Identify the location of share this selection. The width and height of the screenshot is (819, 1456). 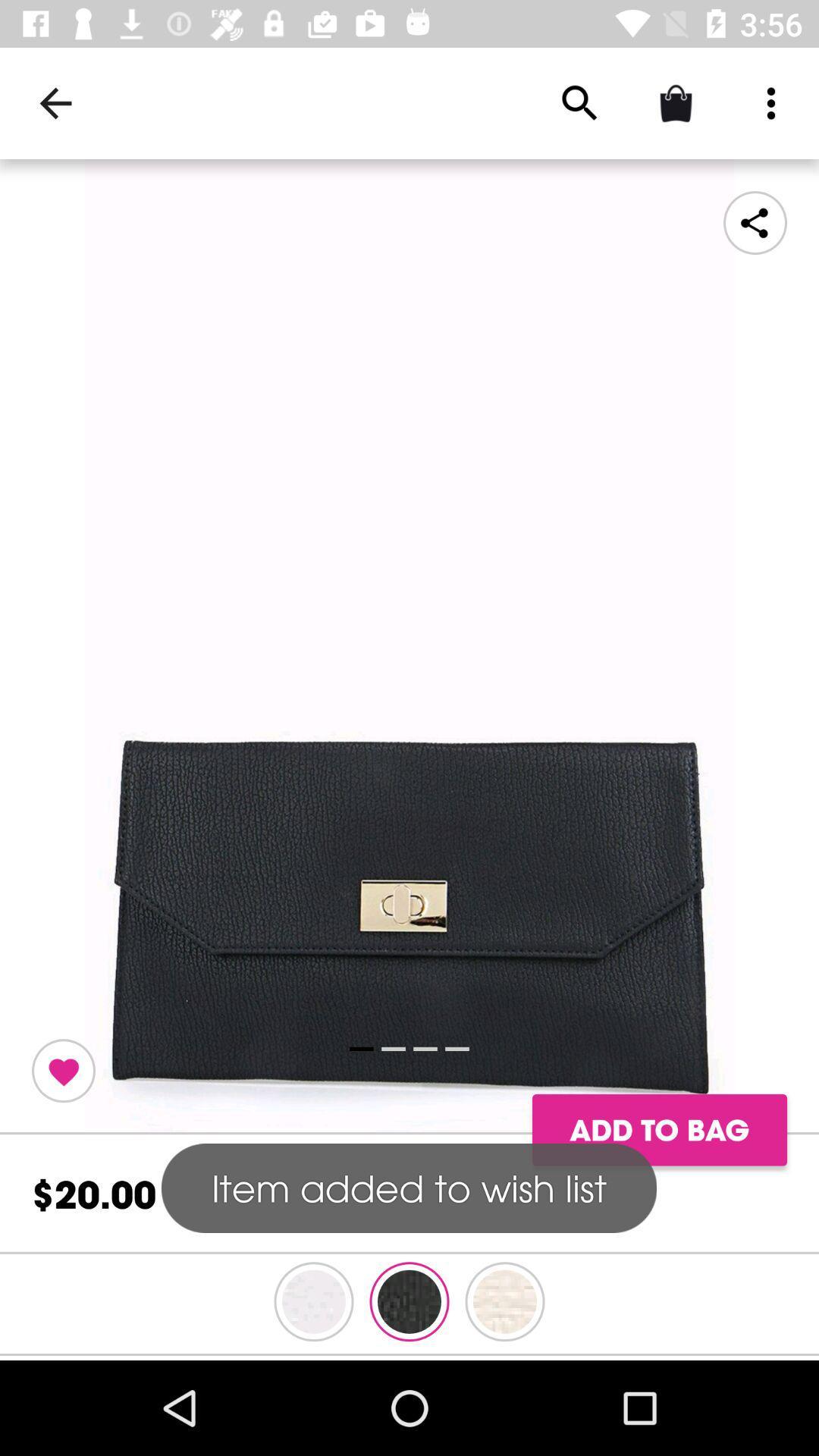
(755, 221).